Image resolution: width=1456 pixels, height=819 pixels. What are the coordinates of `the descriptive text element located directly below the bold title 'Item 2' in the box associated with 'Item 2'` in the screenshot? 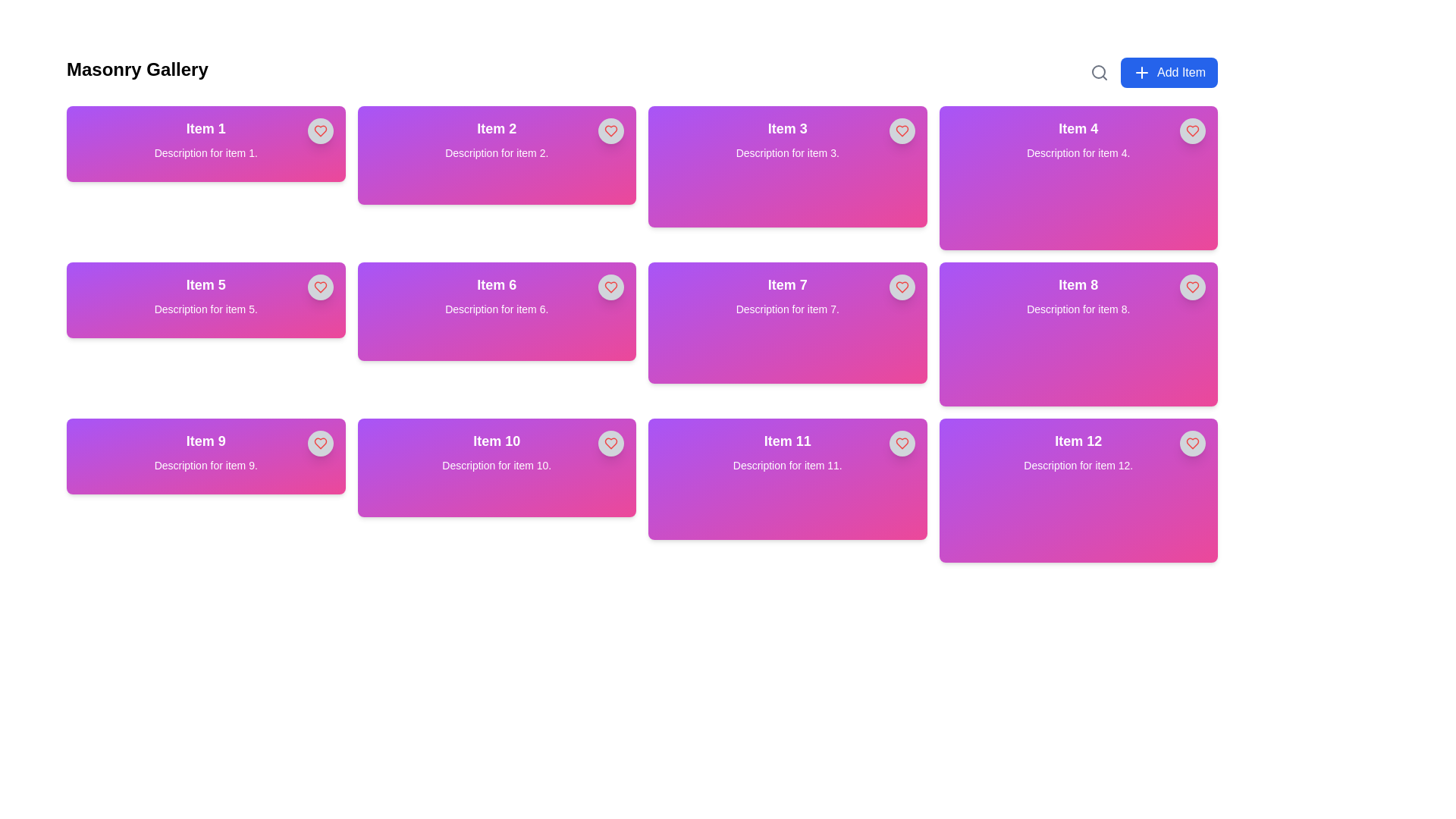 It's located at (497, 152).